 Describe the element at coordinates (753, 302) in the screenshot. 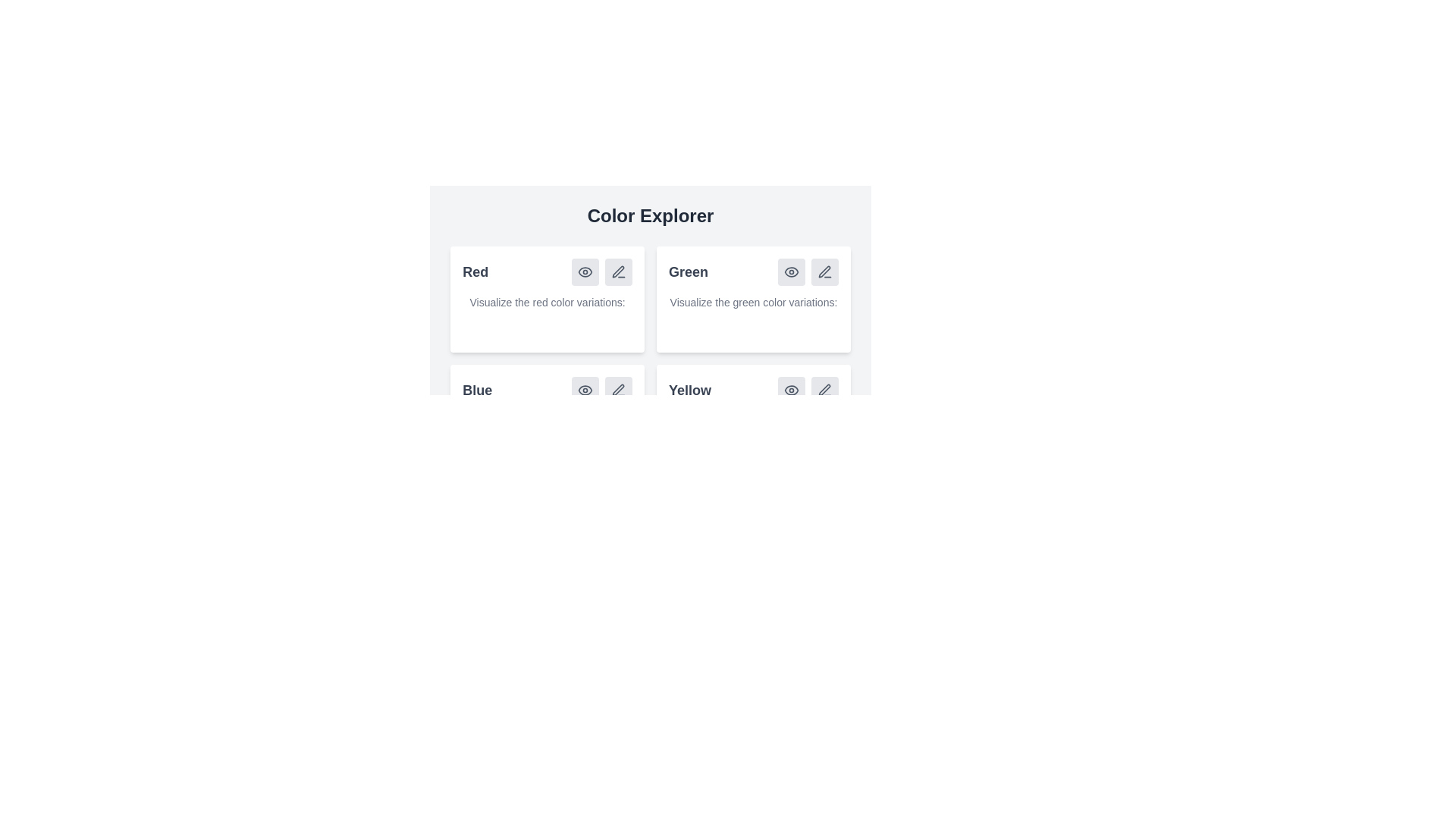

I see `the informational text label located under the heading 'Green' in the top-right quadrant of the grid layout, which provides instructions related to green color variations` at that location.